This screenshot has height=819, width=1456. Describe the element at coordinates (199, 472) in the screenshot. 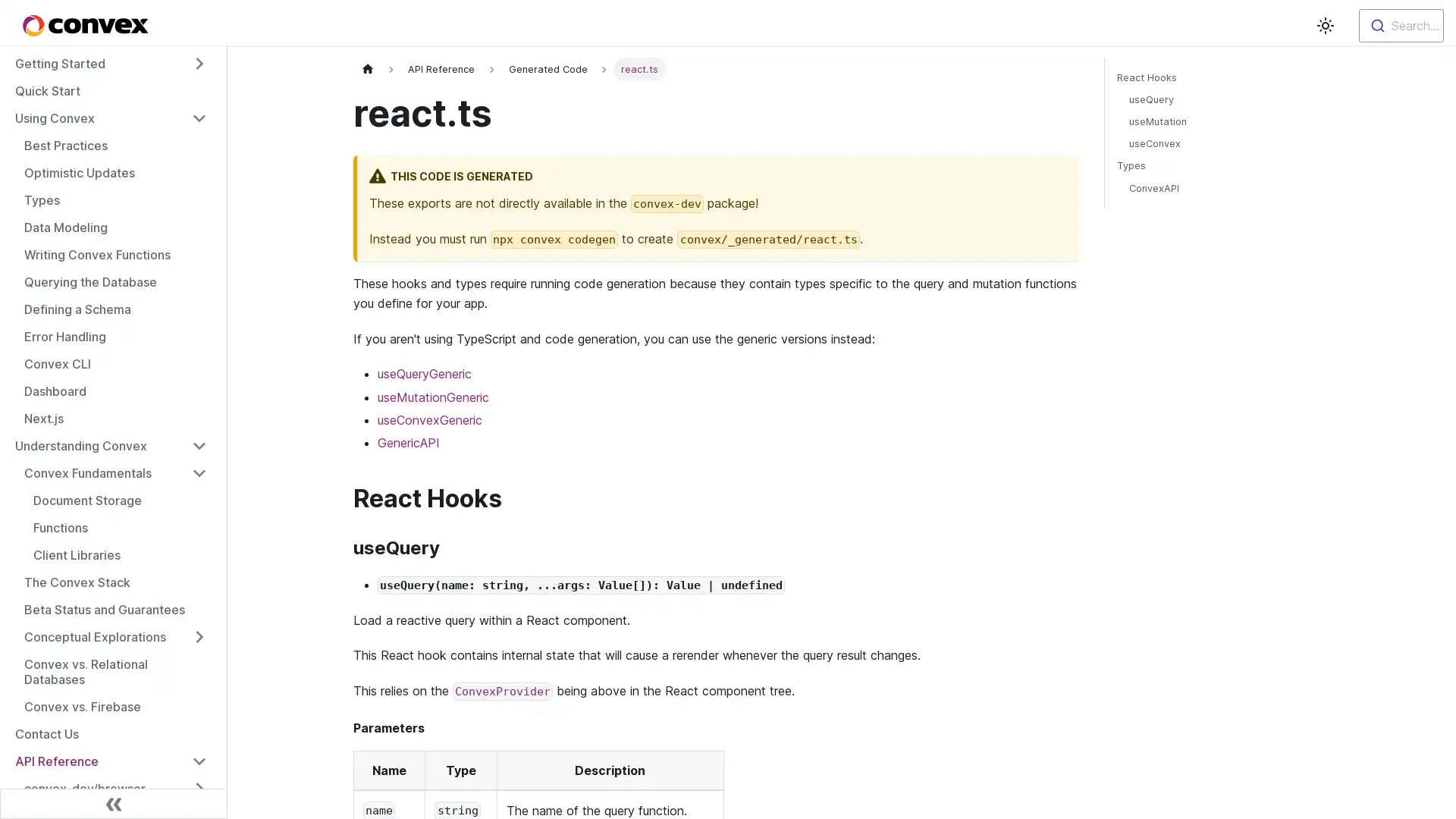

I see `Toggle the collapsible sidebar category 'Convex Fundamentals'` at that location.